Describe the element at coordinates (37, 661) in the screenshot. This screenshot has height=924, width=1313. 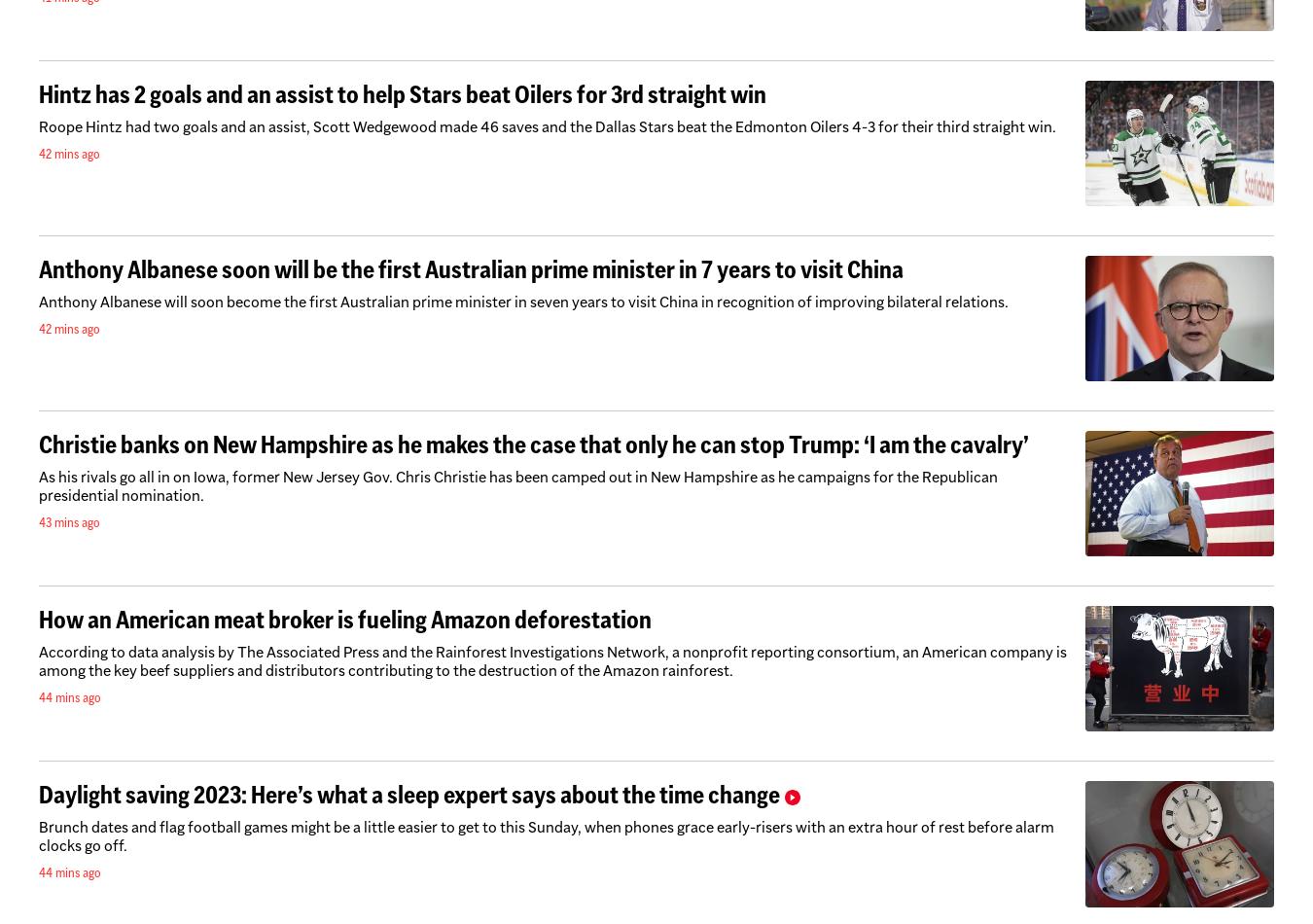
I see `'According to data analysis by The Associated Press and the Rainforest Investigations Network, a nonprofit reporting consortium, an American company is among the key beef suppliers and distributors contributing to the destruction of the Amazon rainforest.'` at that location.